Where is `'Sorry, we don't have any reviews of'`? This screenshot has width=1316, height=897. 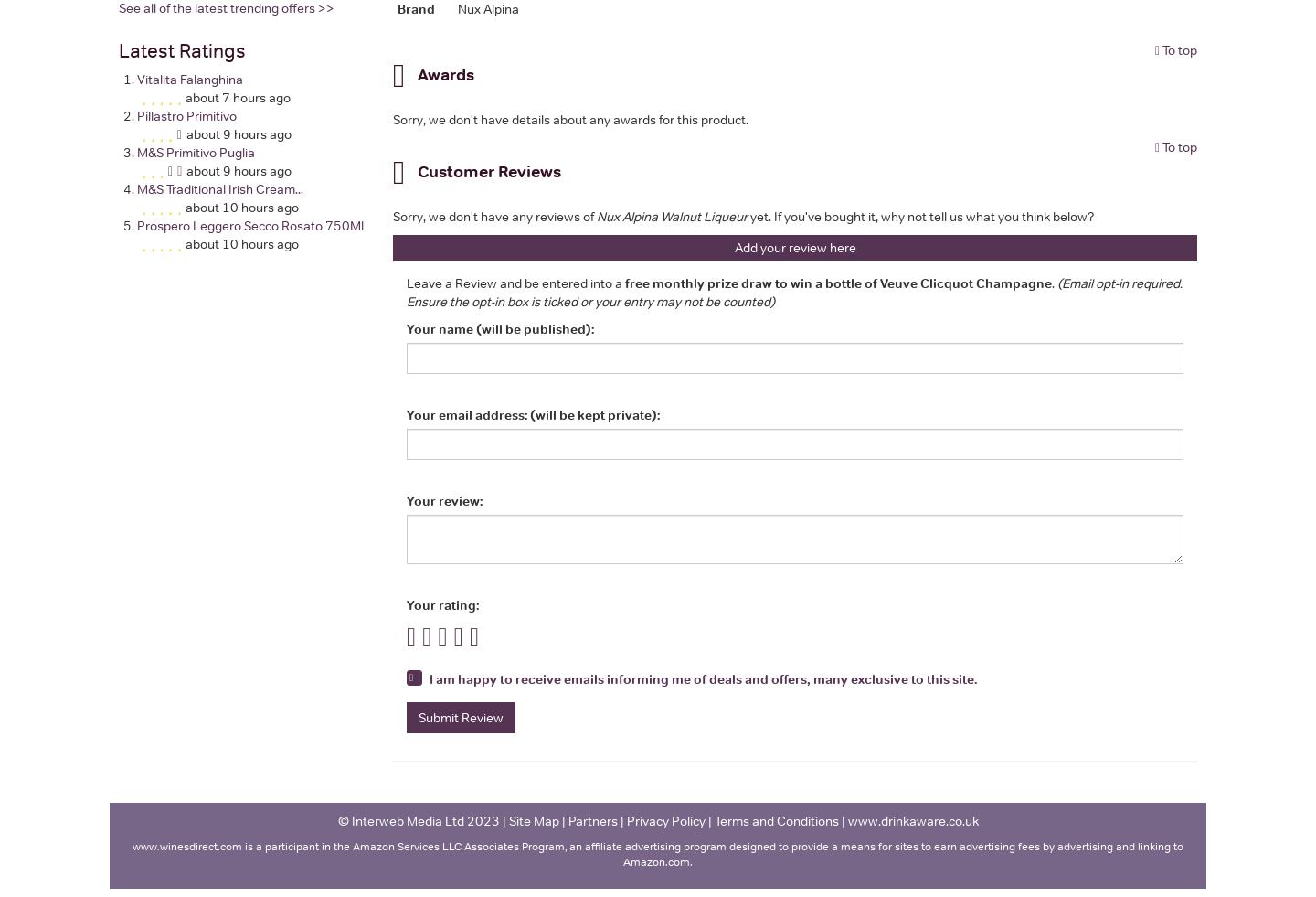
'Sorry, we don't have any reviews of' is located at coordinates (392, 215).